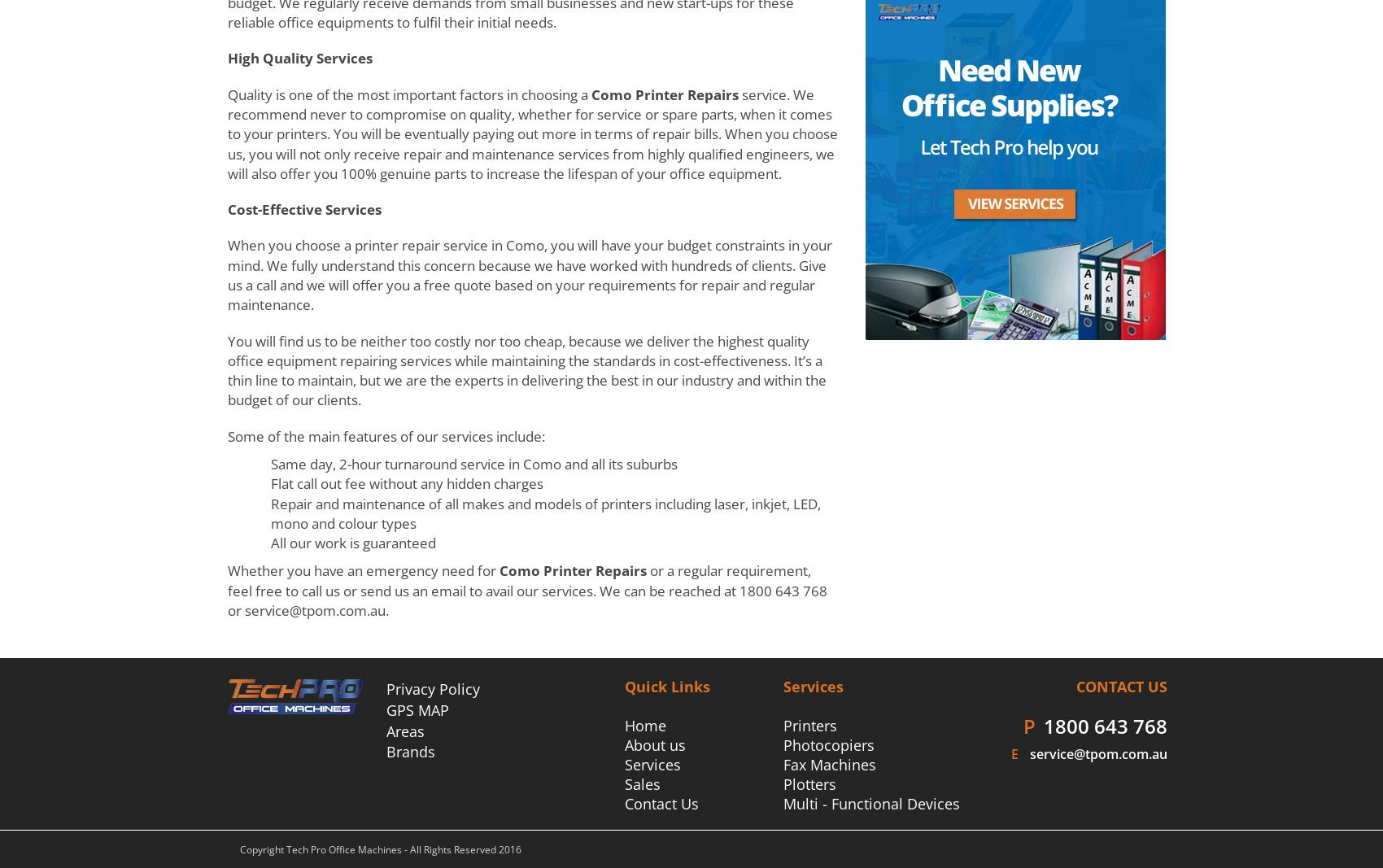 This screenshot has height=868, width=1383. I want to click on 'Flat call out fee without any hidden charges', so click(269, 483).